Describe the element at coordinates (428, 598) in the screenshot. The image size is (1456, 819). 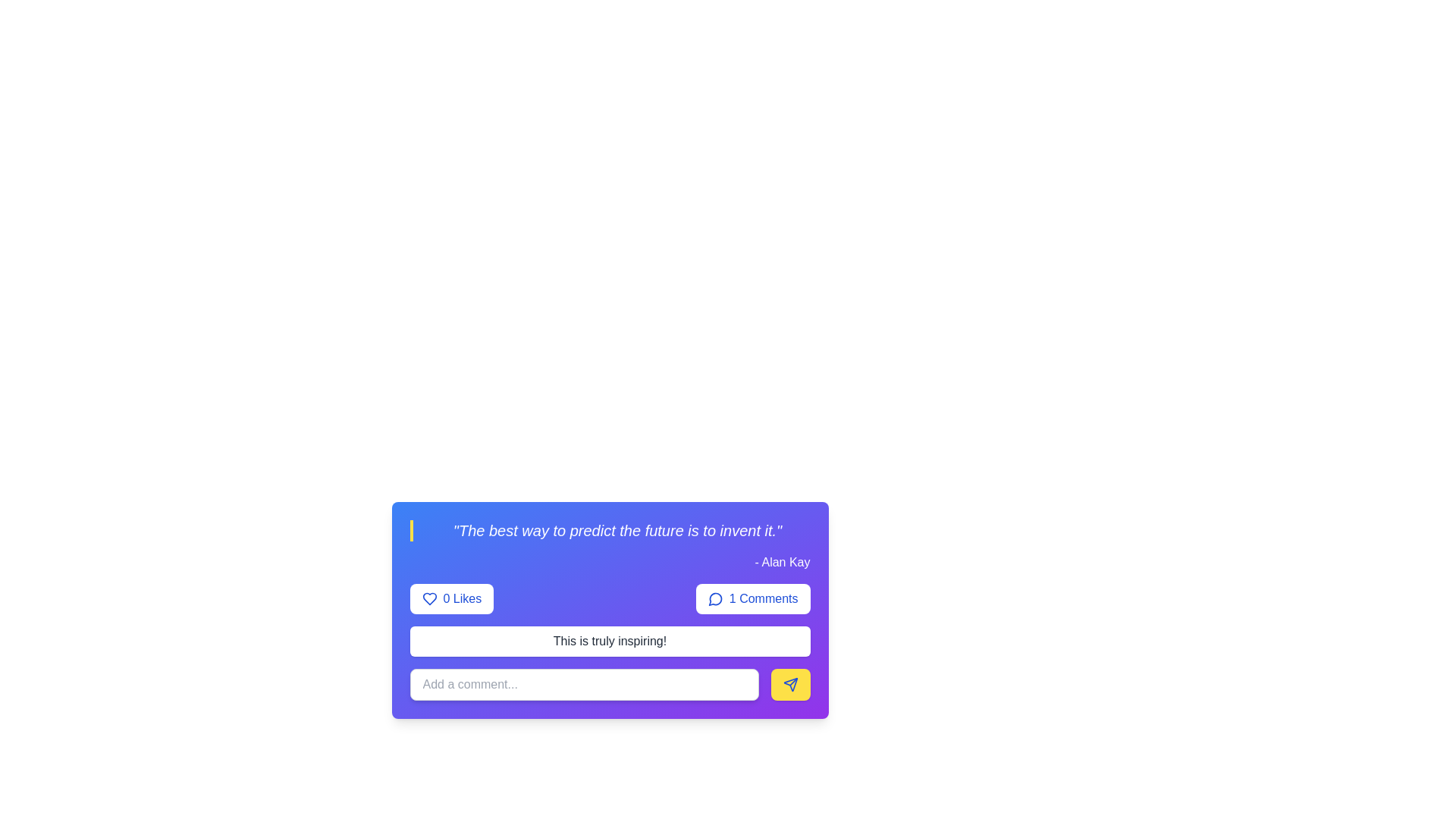
I see `the heart-shaped icon within the 'Likes' button` at that location.